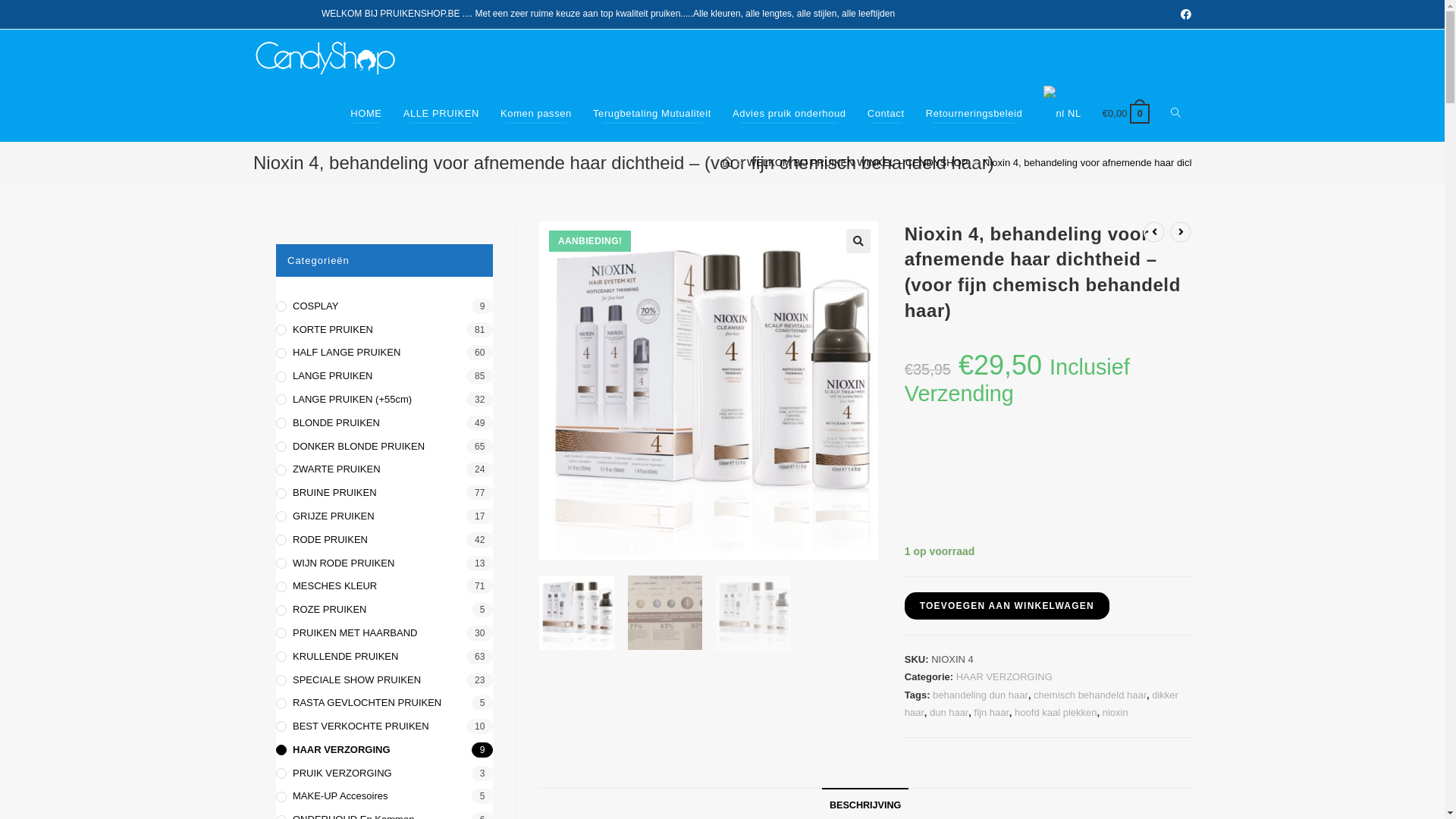 This screenshot has height=819, width=1456. What do you see at coordinates (384, 539) in the screenshot?
I see `'RODE PRUIKEN'` at bounding box center [384, 539].